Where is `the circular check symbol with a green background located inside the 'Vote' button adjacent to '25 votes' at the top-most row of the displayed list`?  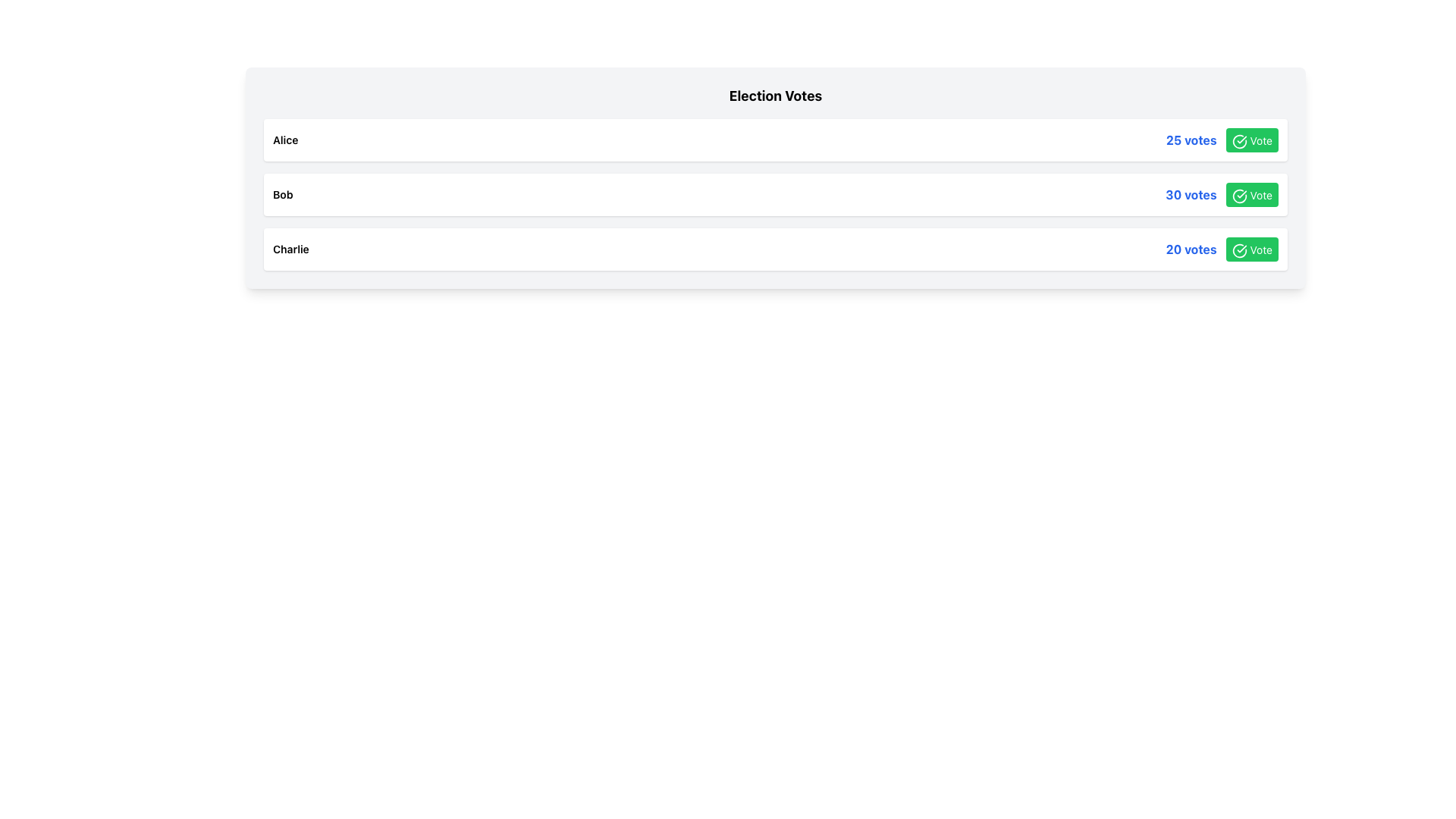
the circular check symbol with a green background located inside the 'Vote' button adjacent to '25 votes' at the top-most row of the displayed list is located at coordinates (1239, 141).